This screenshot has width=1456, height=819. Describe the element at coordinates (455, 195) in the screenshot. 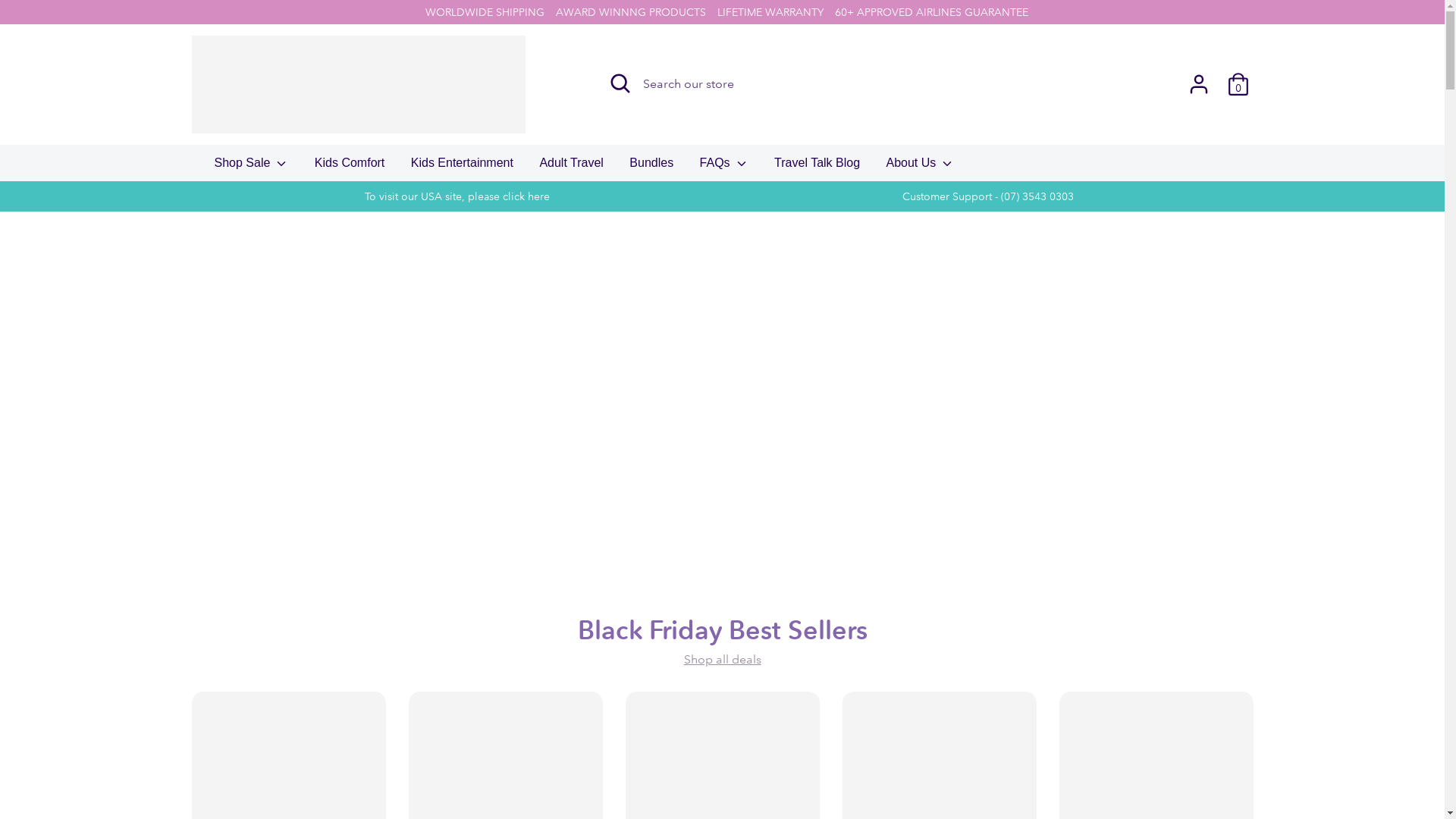

I see `'To visit our USA site, please click here'` at that location.